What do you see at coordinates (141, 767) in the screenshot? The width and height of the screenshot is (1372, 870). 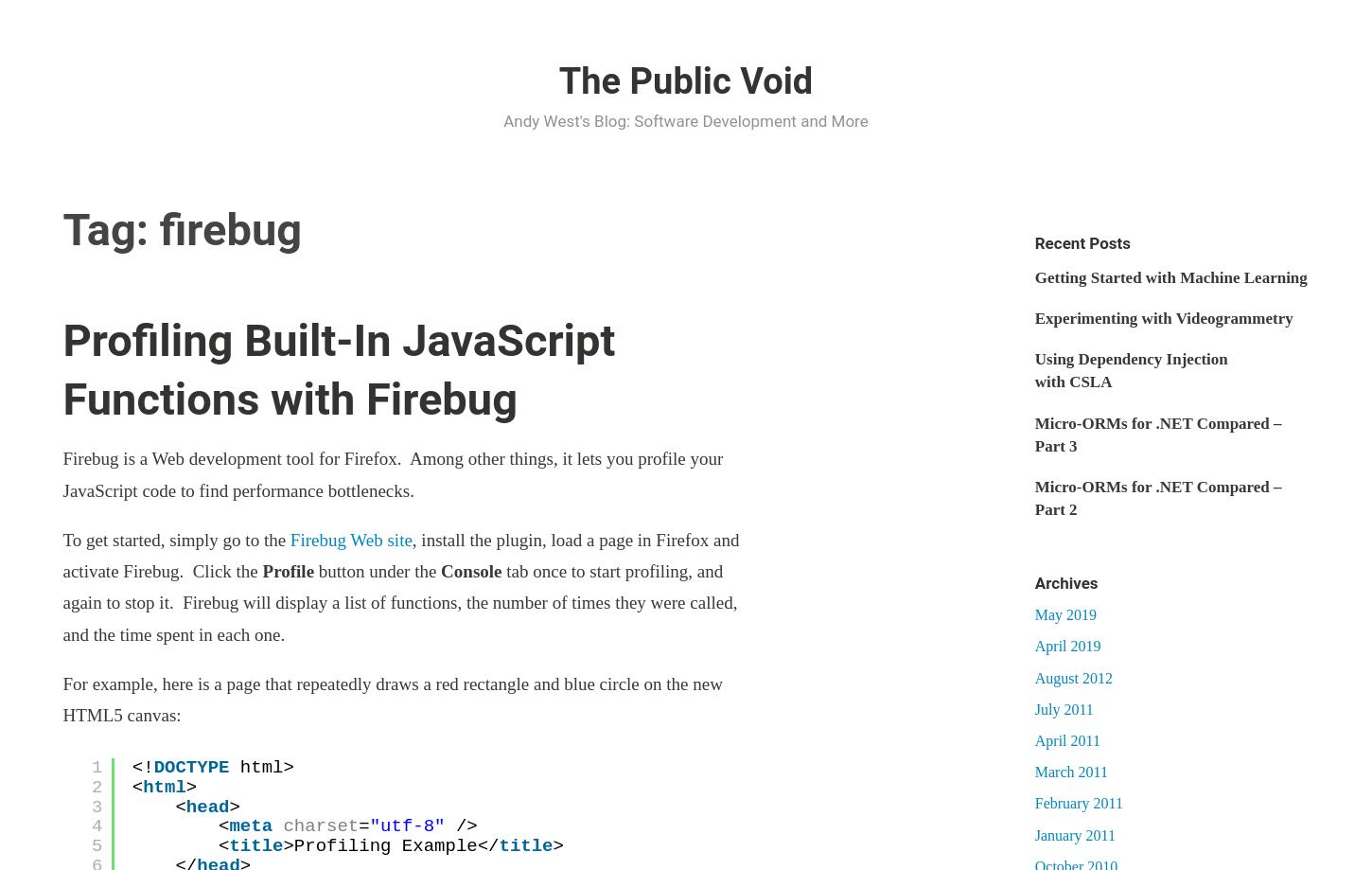 I see `'<!'` at bounding box center [141, 767].